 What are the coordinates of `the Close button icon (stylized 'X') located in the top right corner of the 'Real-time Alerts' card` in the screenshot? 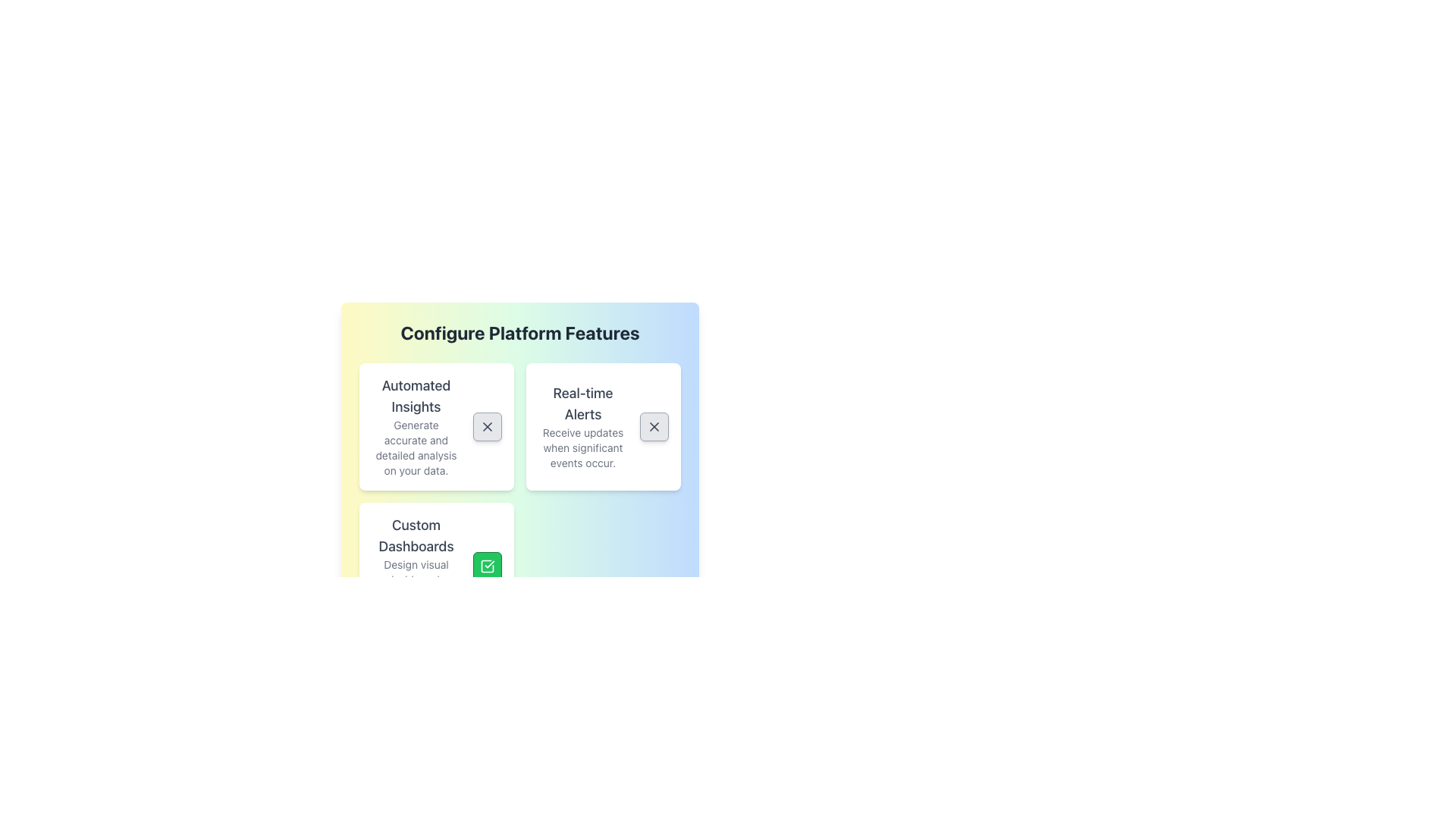 It's located at (654, 427).